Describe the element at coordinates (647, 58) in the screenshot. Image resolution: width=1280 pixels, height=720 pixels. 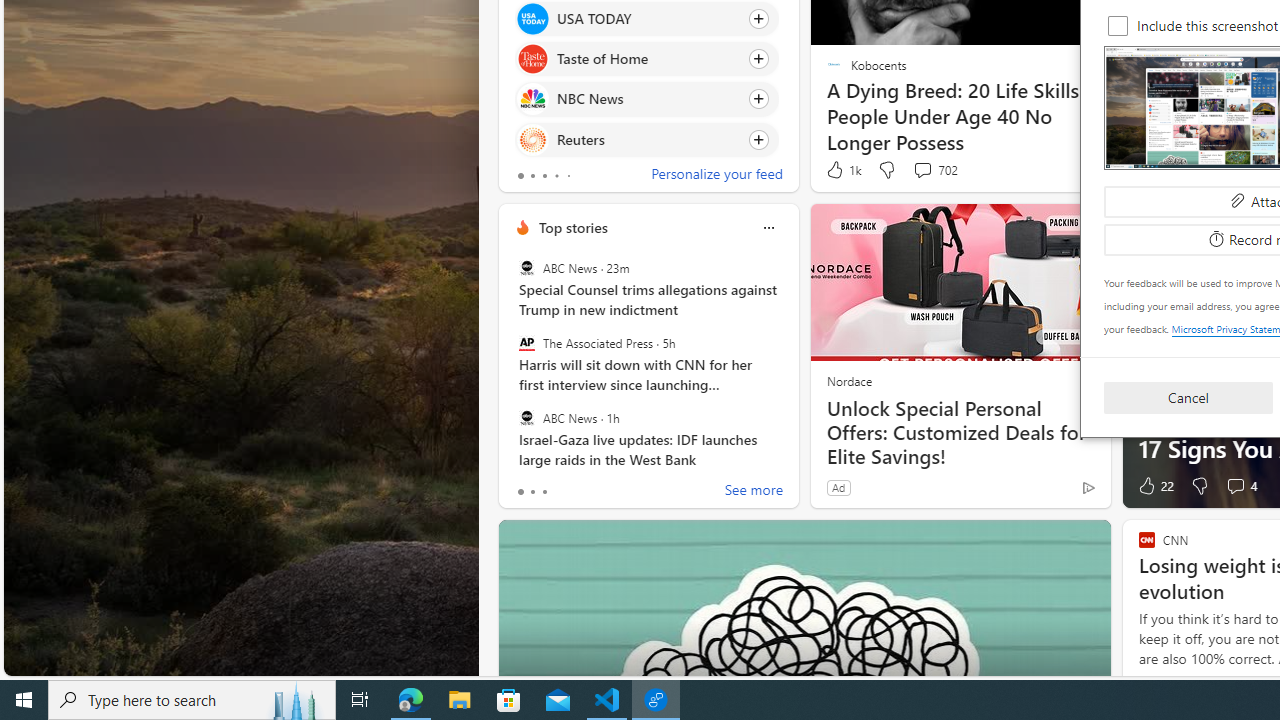
I see `'Click to follow source Taste of Home'` at that location.